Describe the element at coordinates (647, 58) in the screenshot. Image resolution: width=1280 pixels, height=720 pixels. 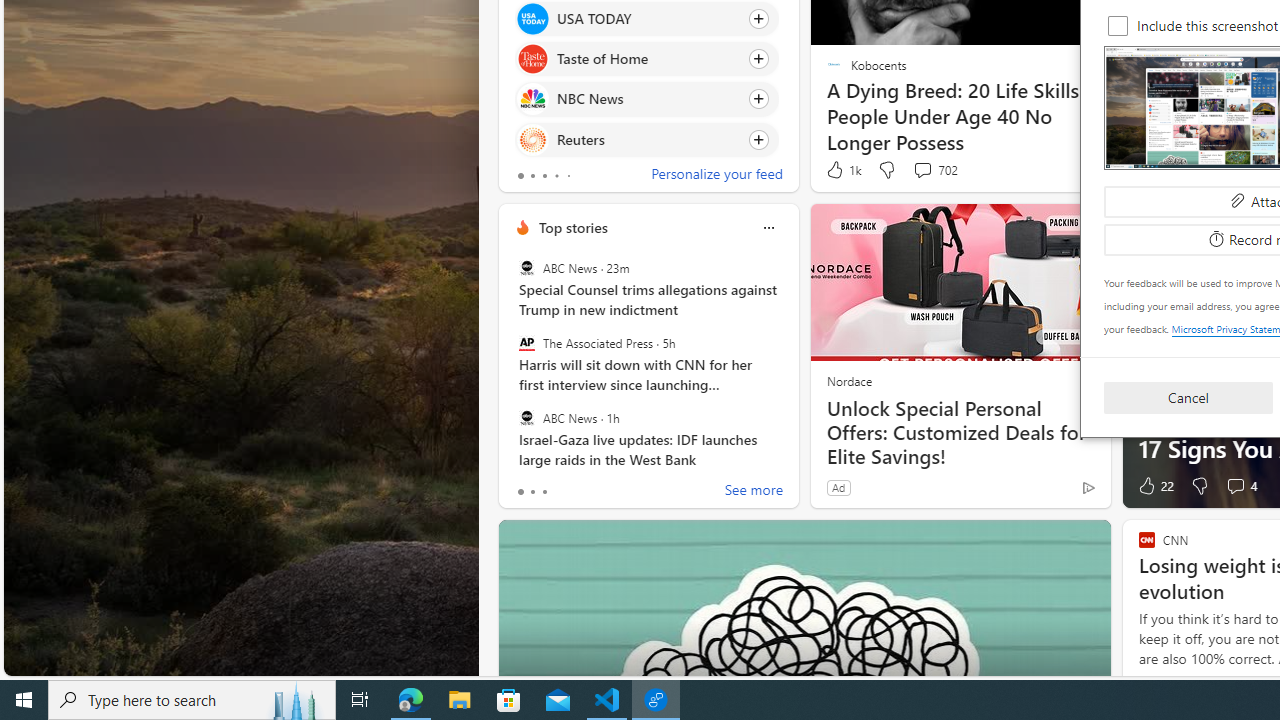
I see `'Click to follow source Taste of Home'` at that location.